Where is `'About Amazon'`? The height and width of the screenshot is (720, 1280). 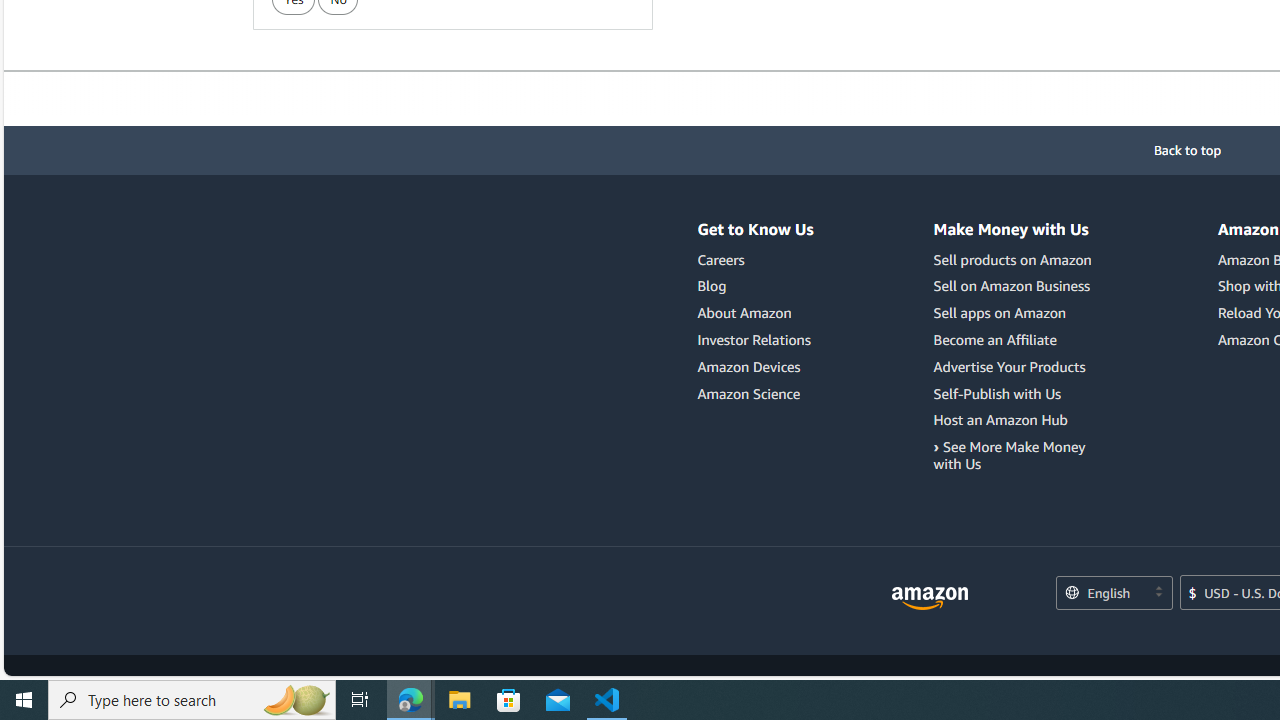
'About Amazon' is located at coordinates (754, 313).